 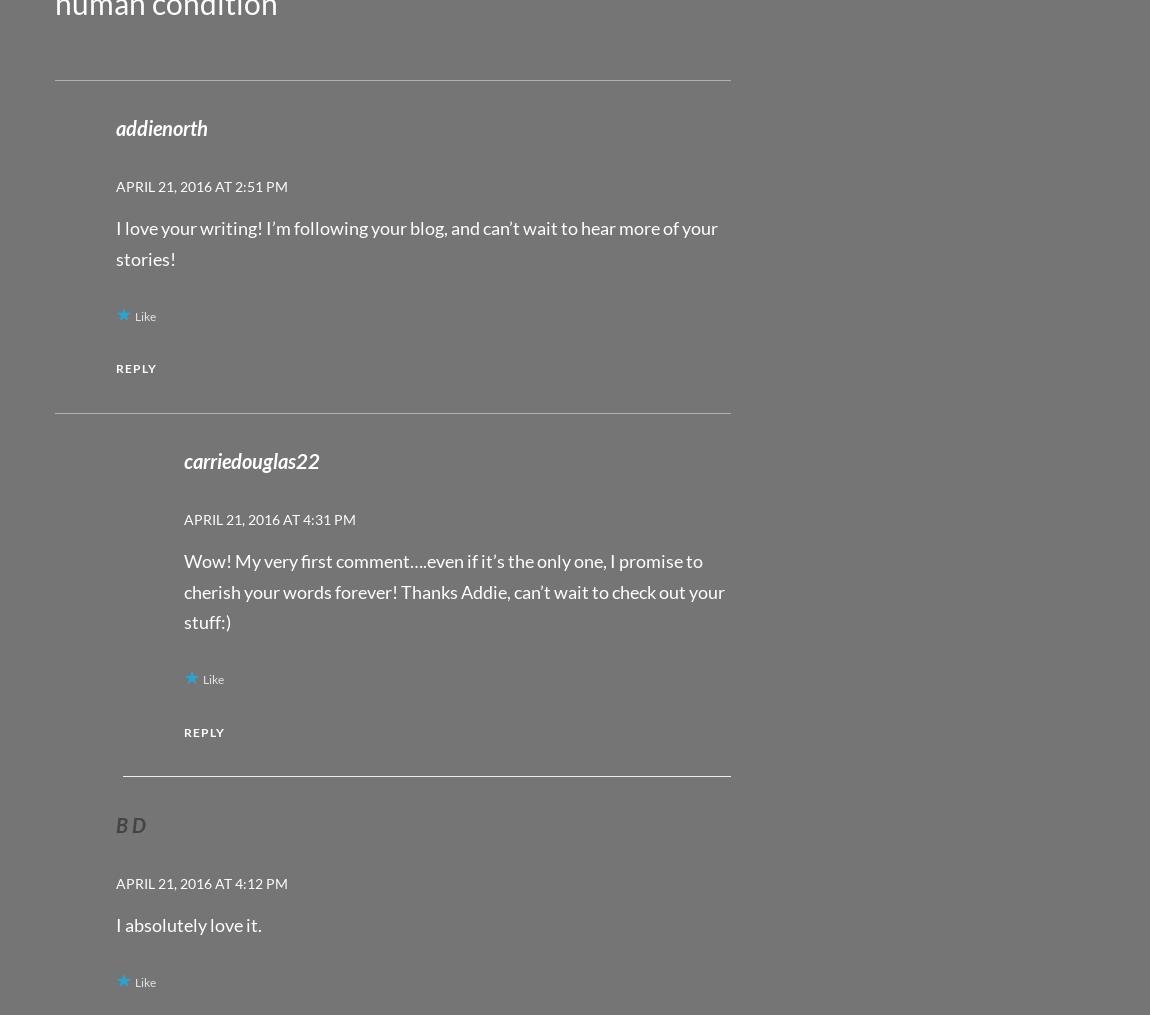 What do you see at coordinates (250, 460) in the screenshot?
I see `'carriedouglas22'` at bounding box center [250, 460].